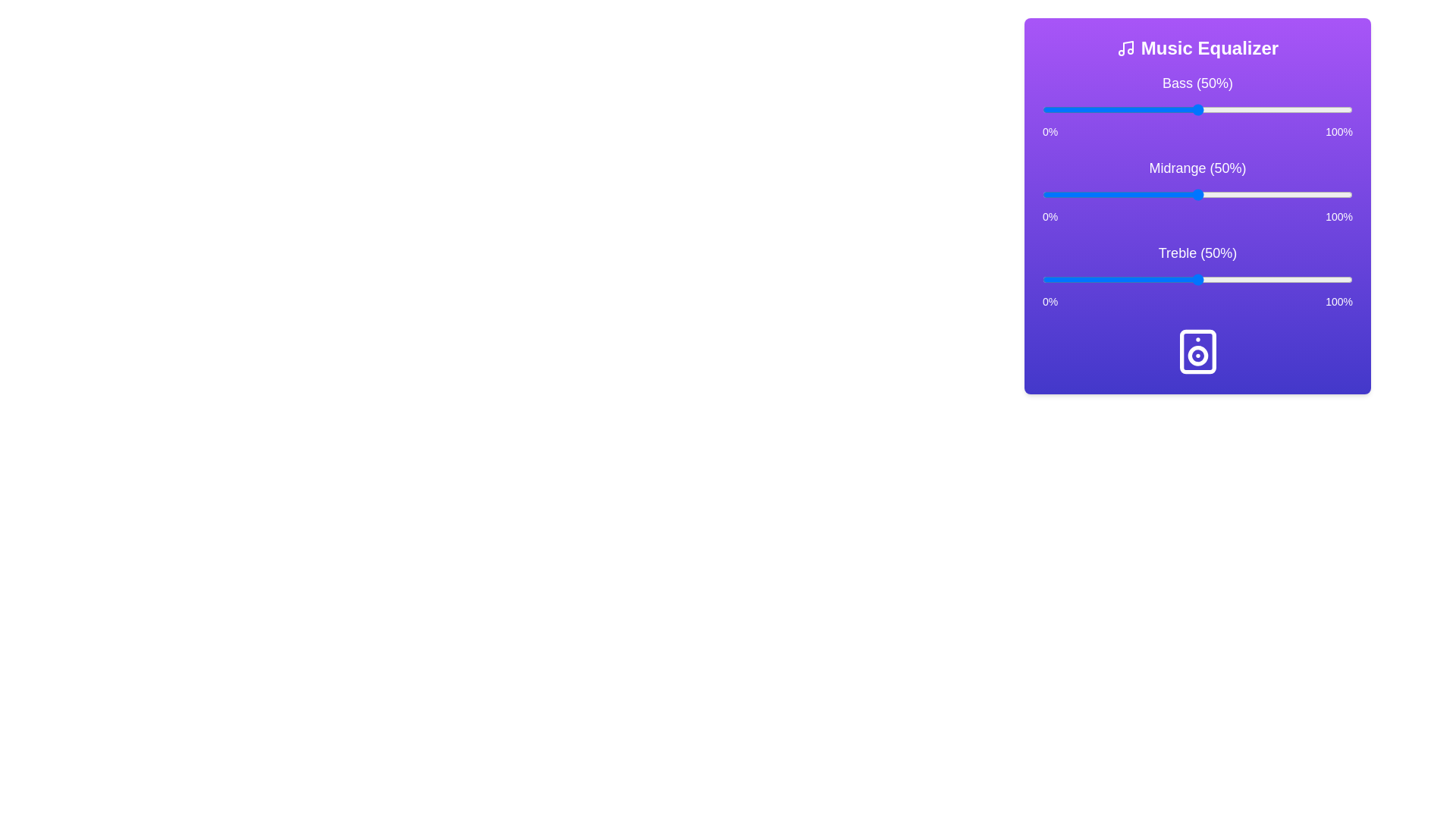  What do you see at coordinates (1197, 351) in the screenshot?
I see `the speaker icon to trigger interaction or visual feedback` at bounding box center [1197, 351].